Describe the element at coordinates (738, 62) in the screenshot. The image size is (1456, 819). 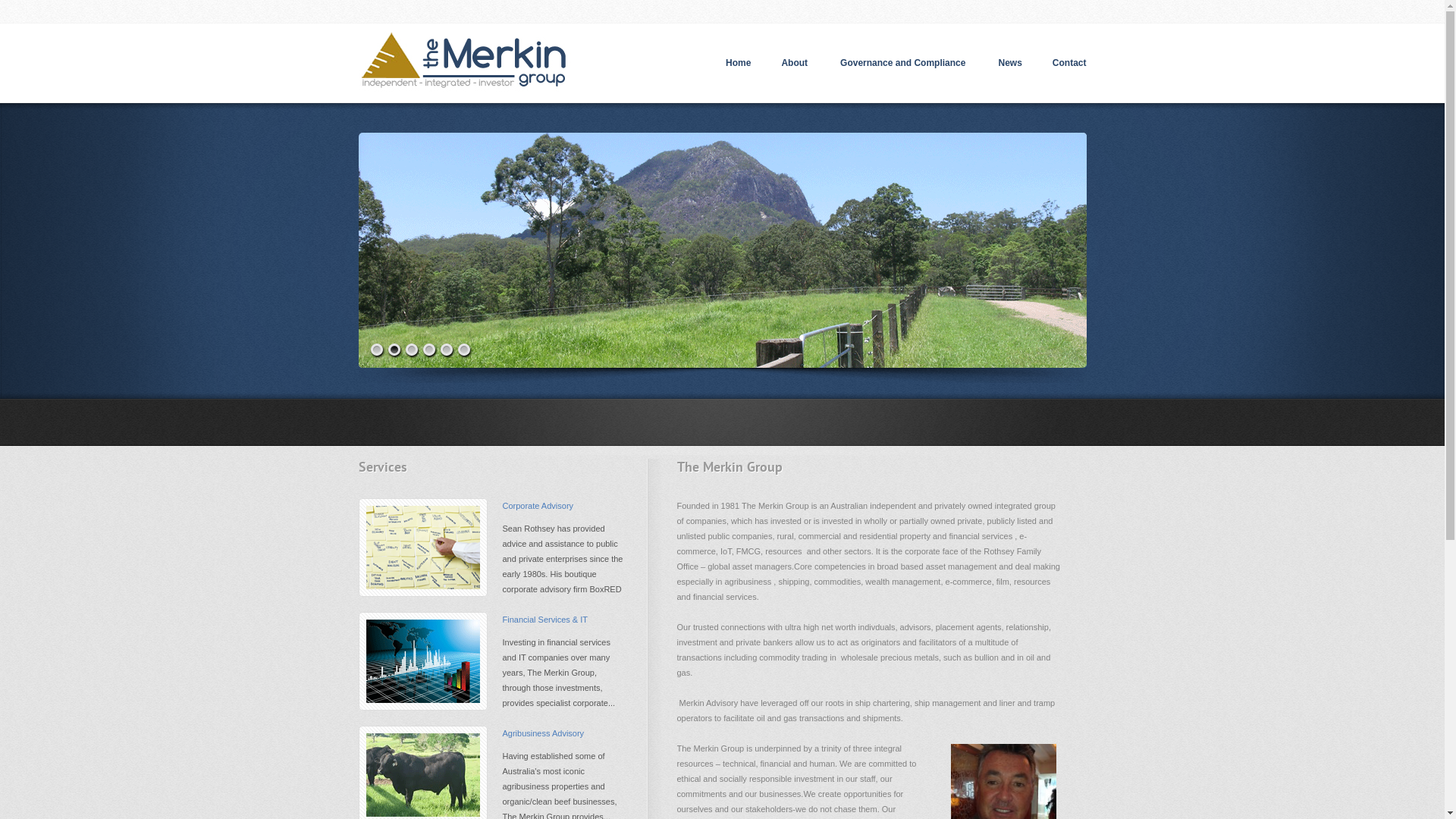
I see `'Home'` at that location.